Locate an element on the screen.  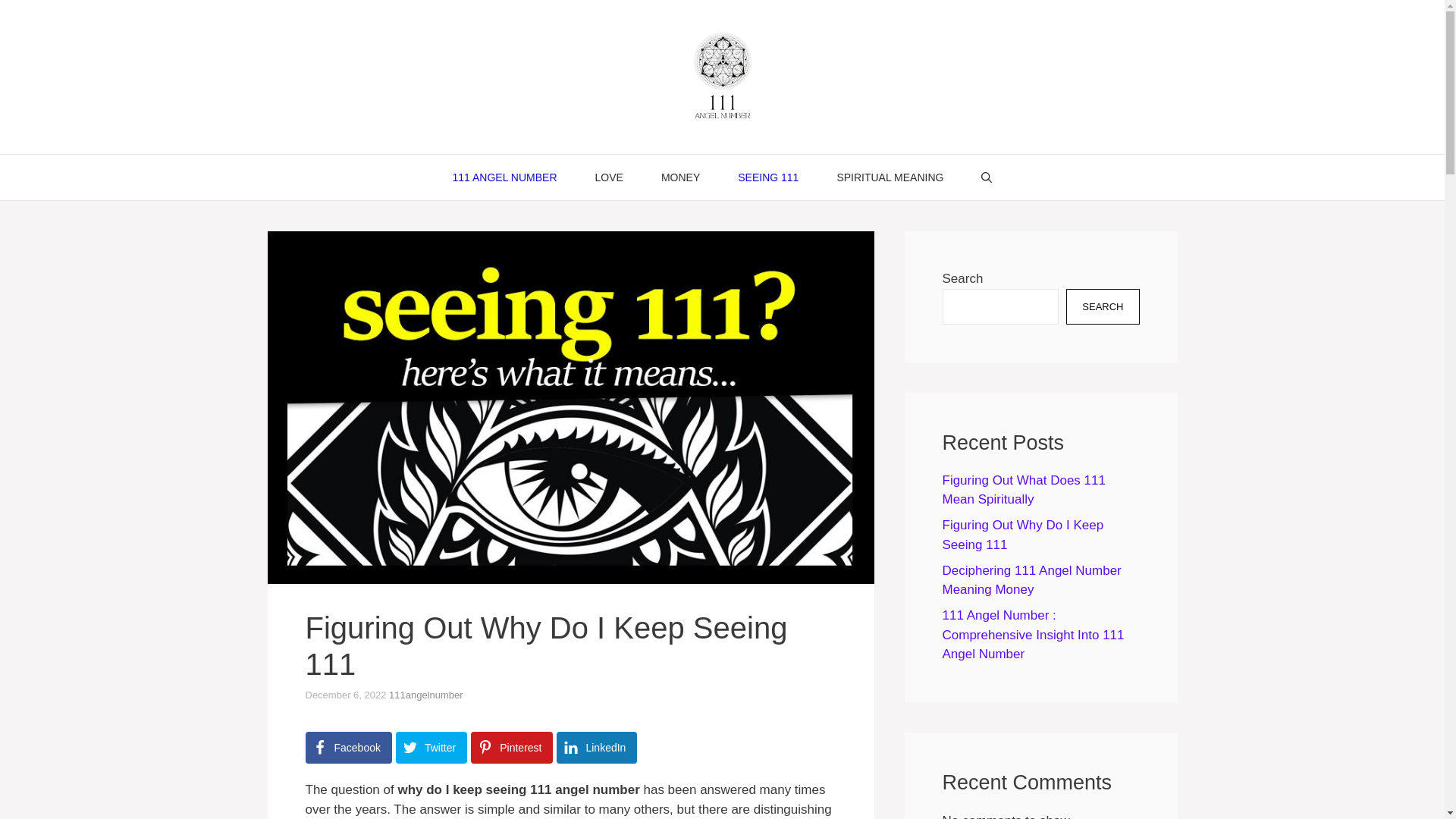
'Twitter' is located at coordinates (396, 747).